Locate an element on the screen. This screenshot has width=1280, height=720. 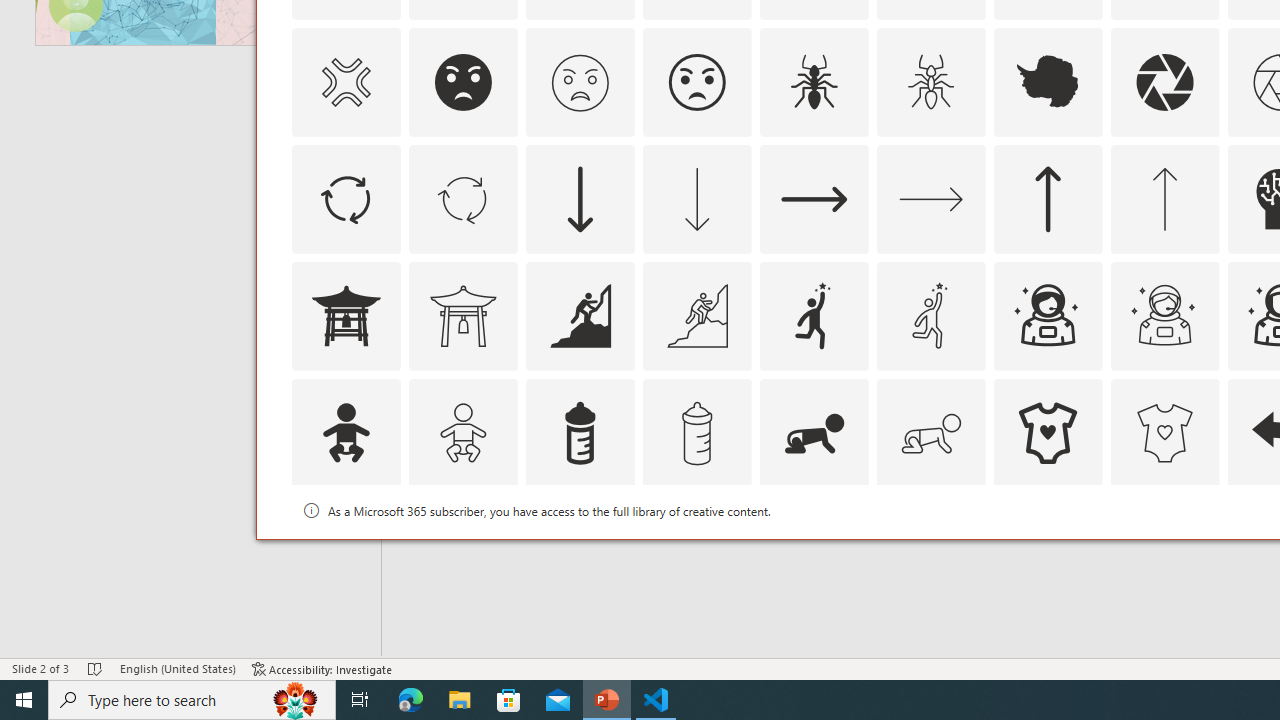
'AutomationID: Icons_BabyCrawling' is located at coordinates (814, 431).